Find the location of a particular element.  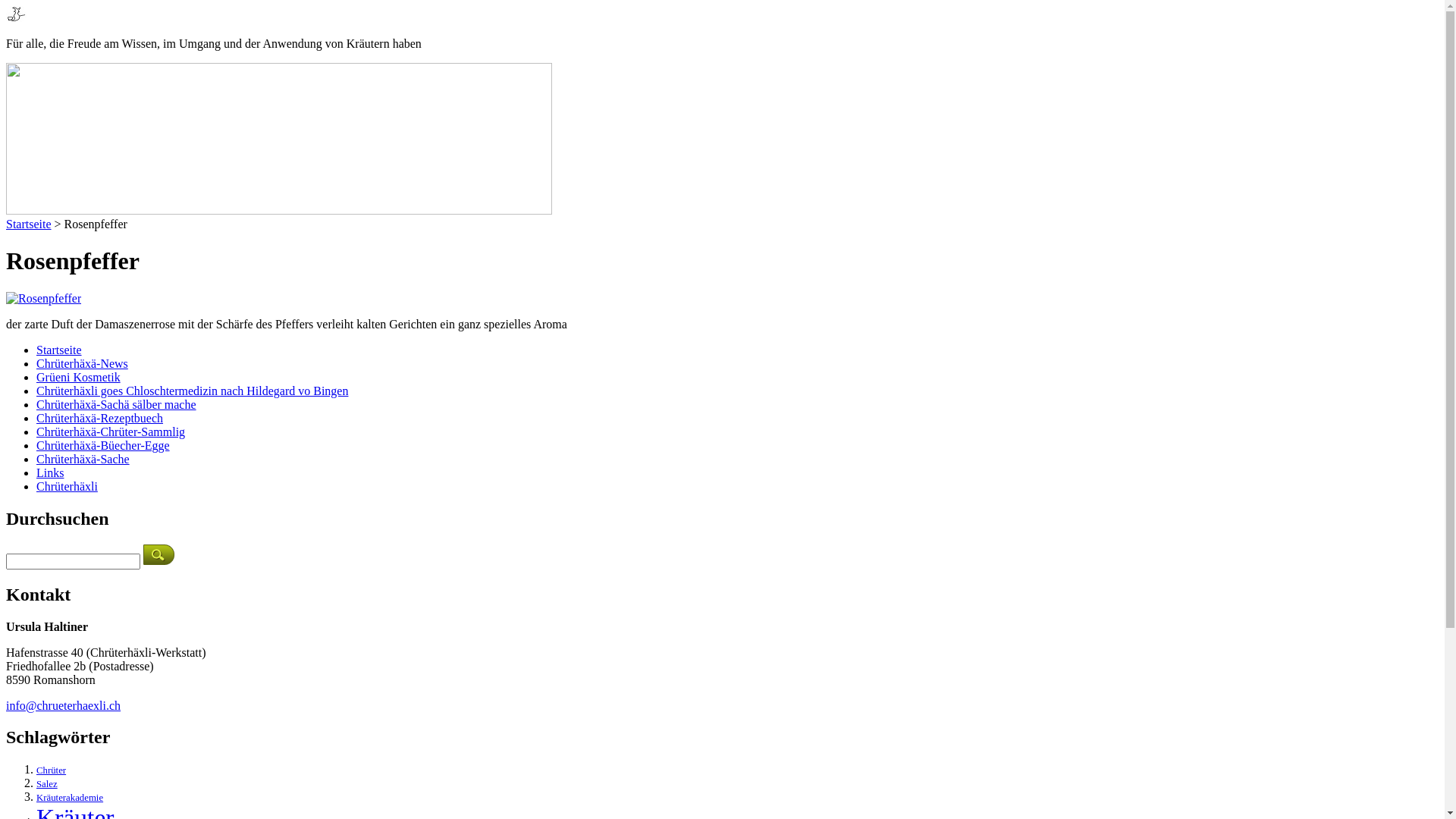

'info@chrueterhaexli.ch' is located at coordinates (62, 705).